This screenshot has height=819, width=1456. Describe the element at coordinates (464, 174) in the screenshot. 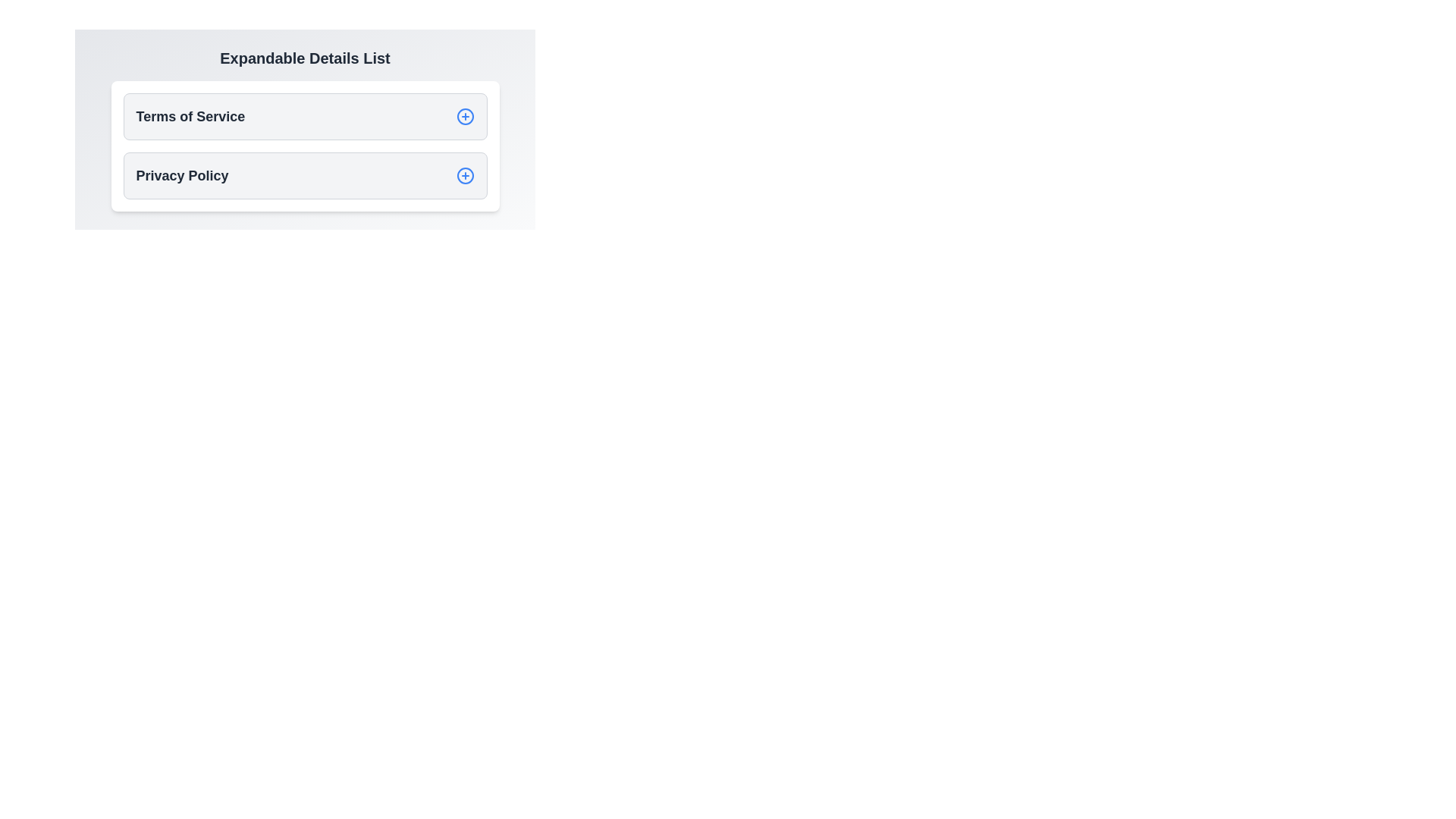

I see `the circular SVG element at the center of the blue plus circle icon located to the right of the 'Privacy Policy' label` at that location.